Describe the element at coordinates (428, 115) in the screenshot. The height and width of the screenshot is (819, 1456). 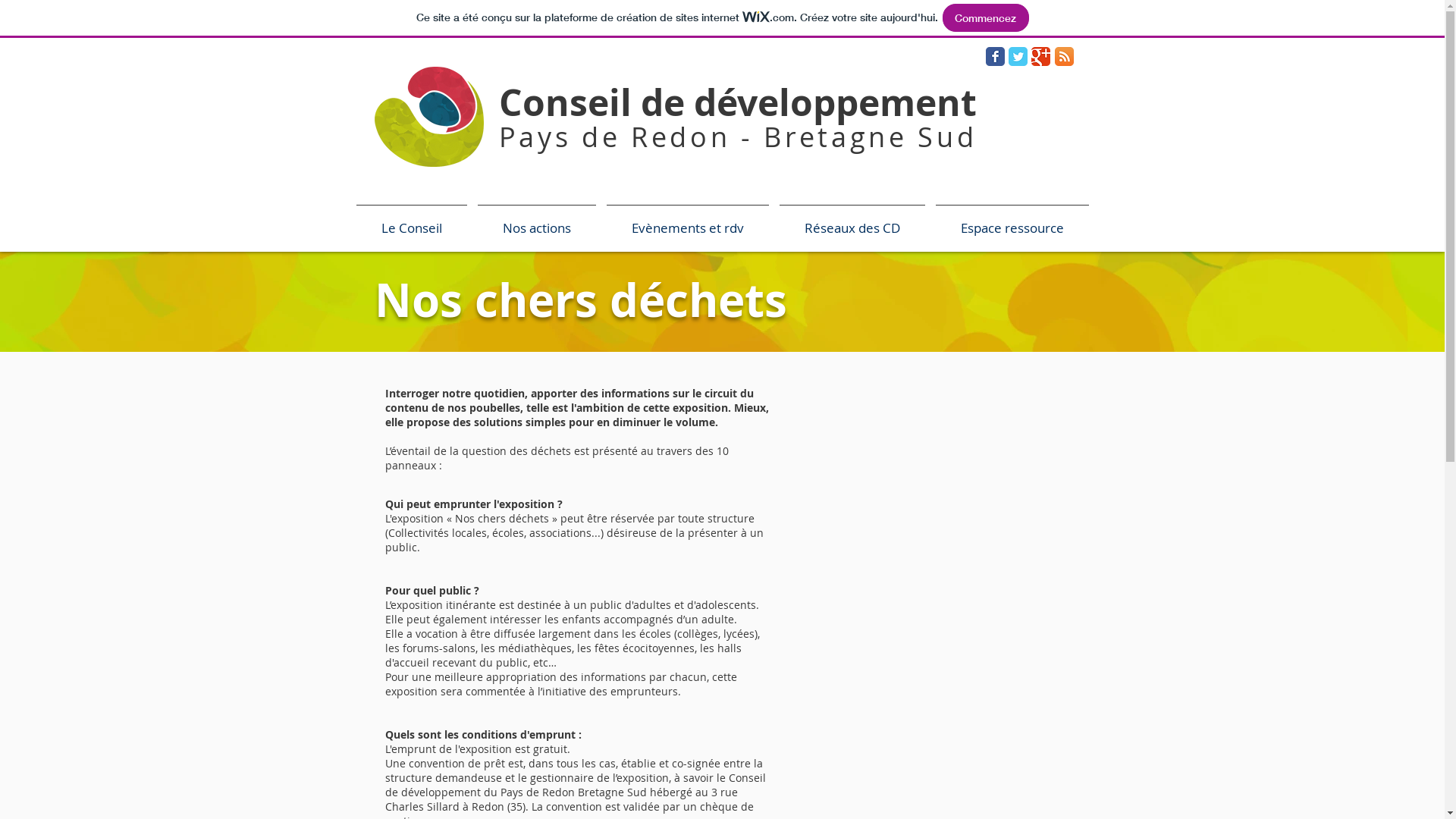
I see `'LogoTextureTriTran.png'` at that location.